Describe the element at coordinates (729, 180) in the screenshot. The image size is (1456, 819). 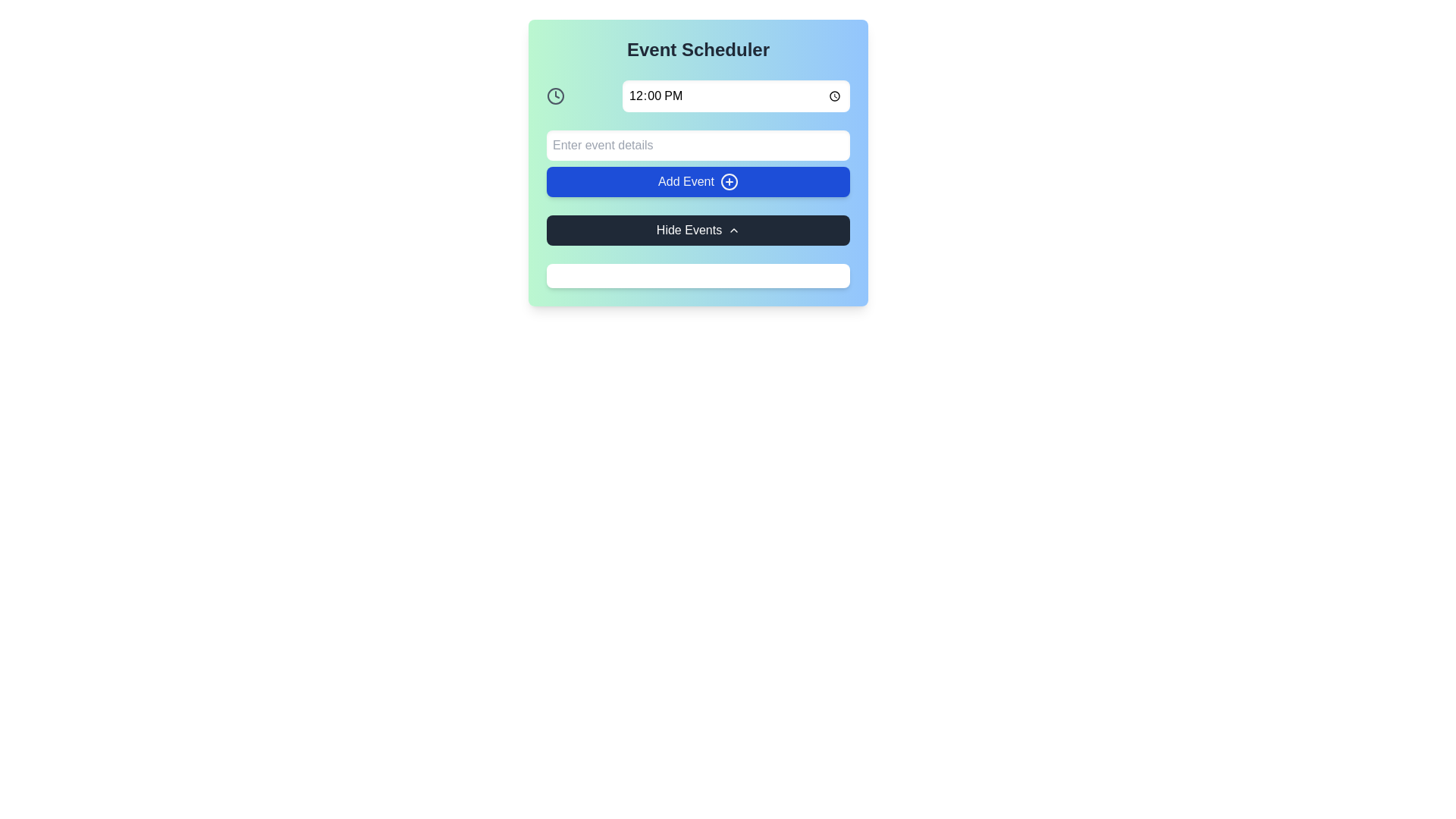
I see `the SVG circle element that is part of the plus-sign icon inside the button labeled 'Add Event'` at that location.